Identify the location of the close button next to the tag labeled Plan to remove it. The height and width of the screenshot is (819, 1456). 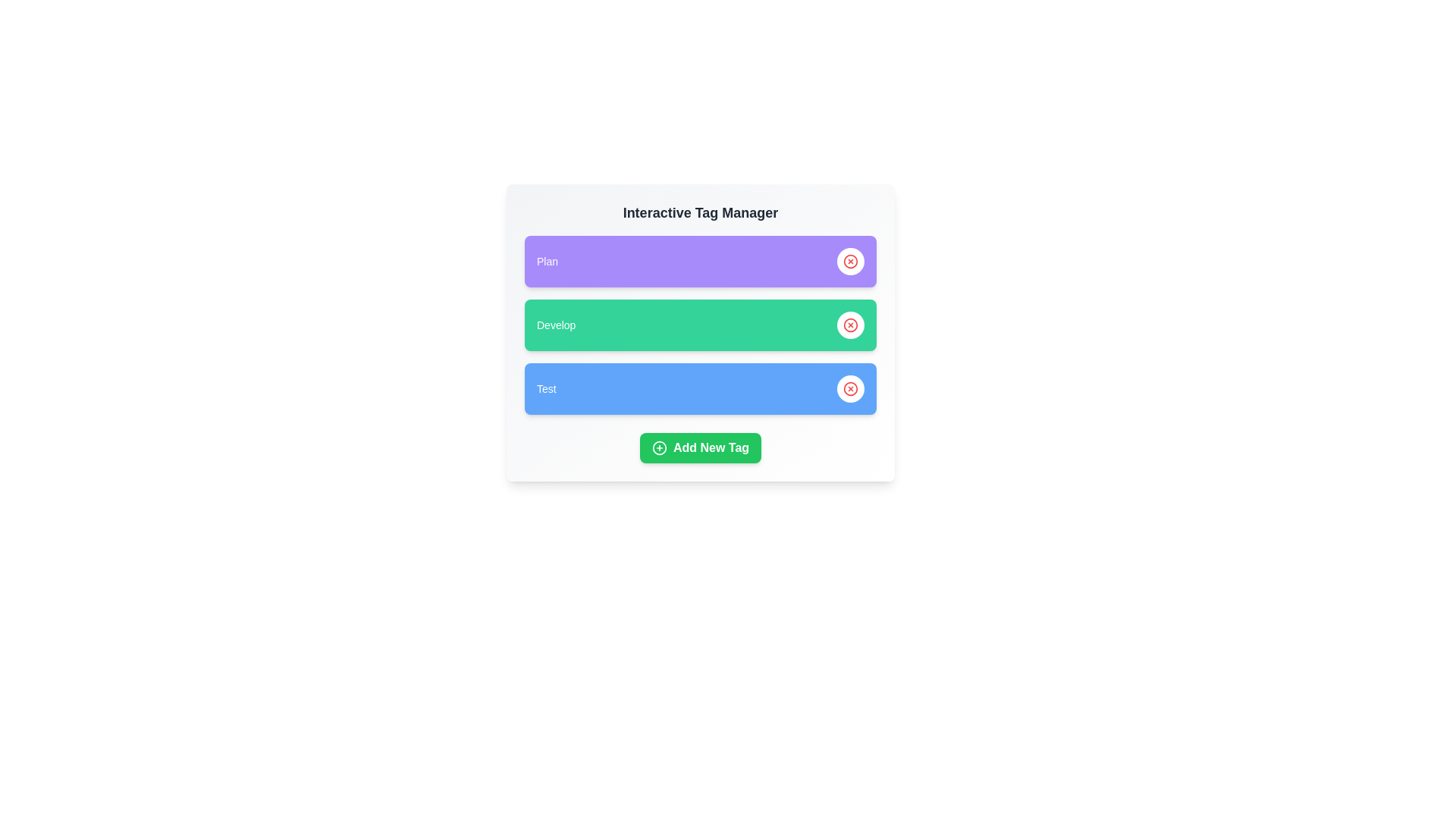
(851, 260).